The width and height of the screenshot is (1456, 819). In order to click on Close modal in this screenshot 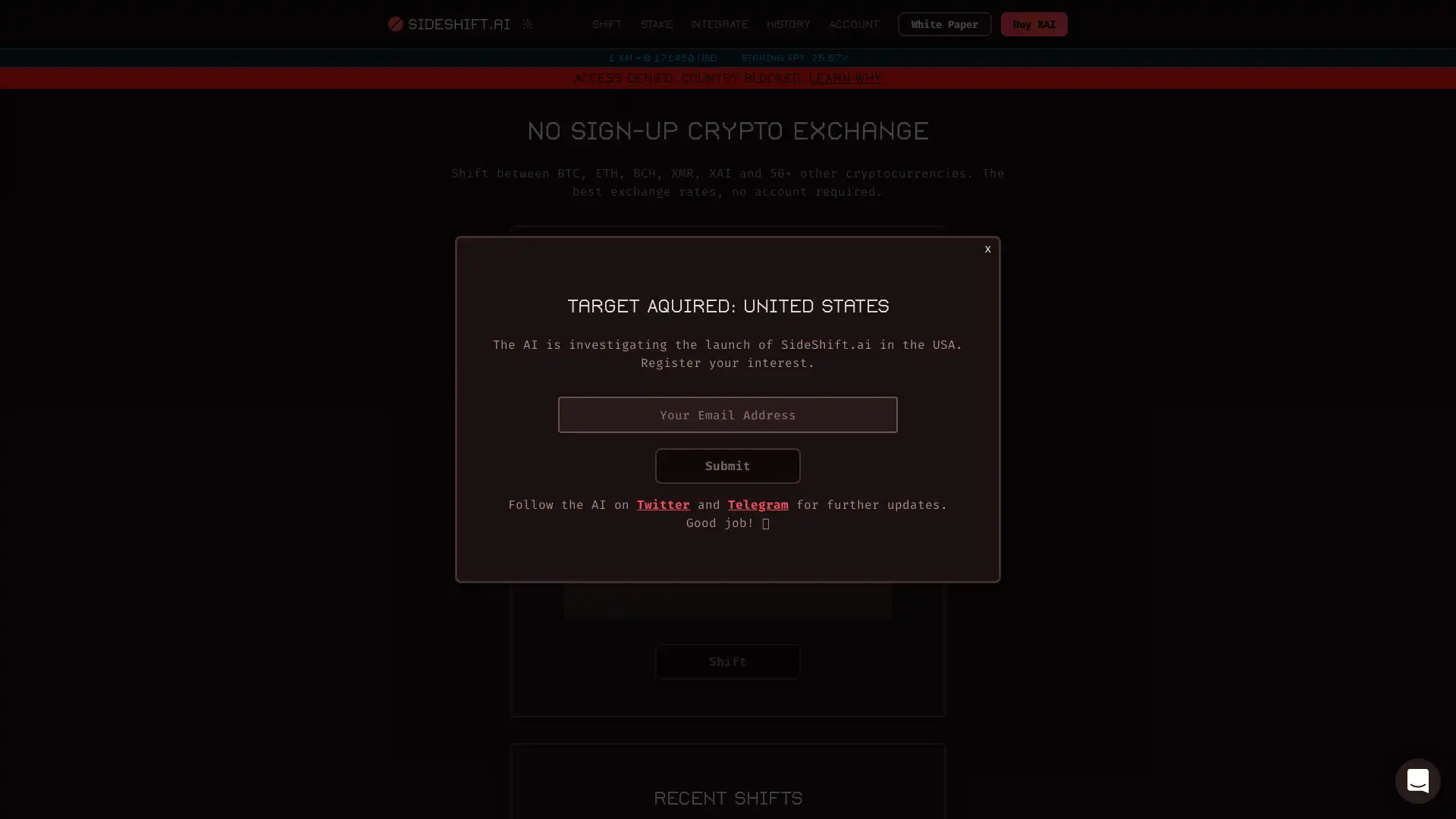, I will do `click(987, 168)`.